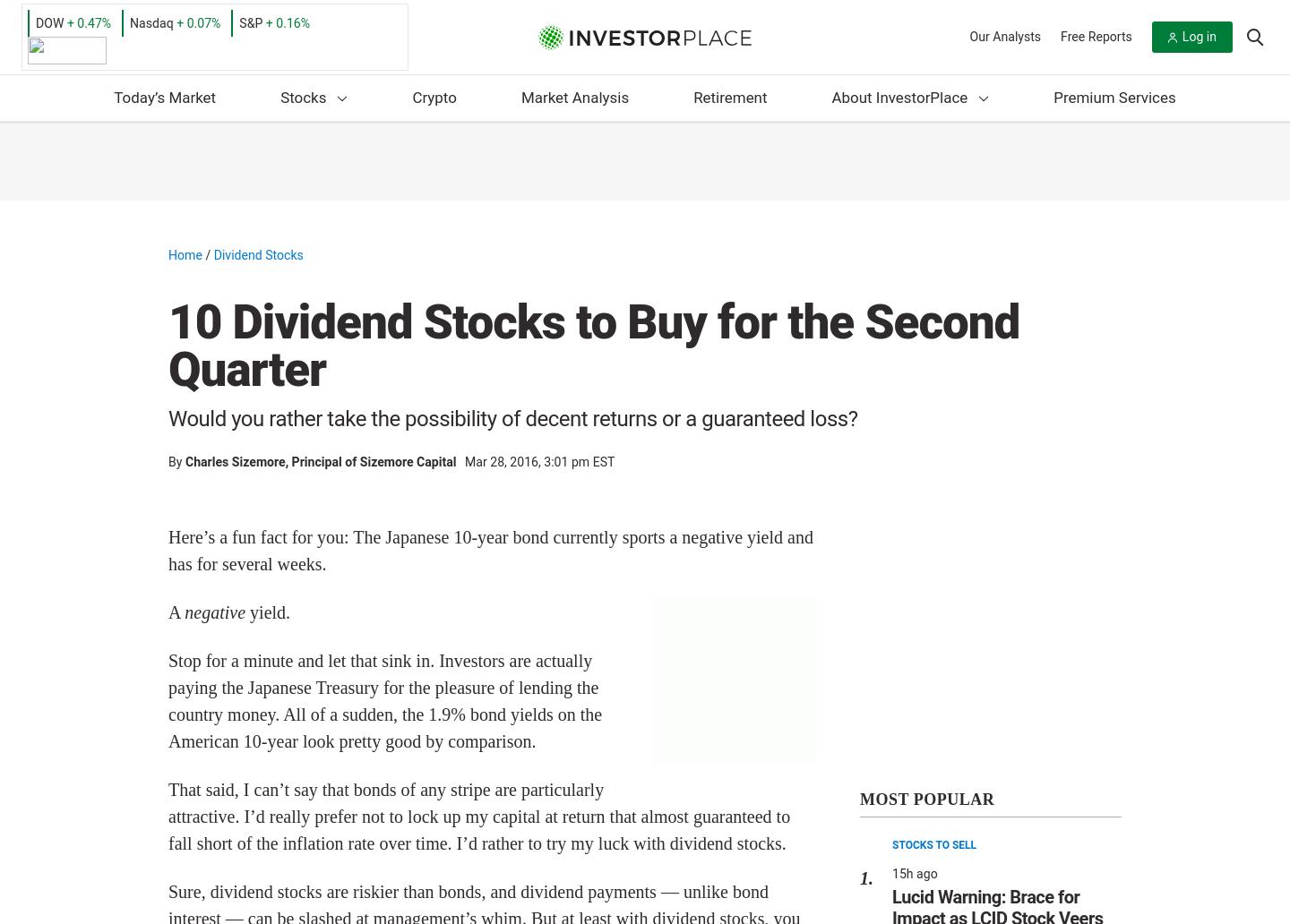 The image size is (1290, 924). Describe the element at coordinates (168, 815) in the screenshot. I see `'That said, I can’t say that bonds of any stripe are particularly attractive. I’d really prefer not to lock up my capital at return that almost guaranteed to fall short of the inflation rate over time. I’d rather to try my luck with dividend stocks.'` at that location.